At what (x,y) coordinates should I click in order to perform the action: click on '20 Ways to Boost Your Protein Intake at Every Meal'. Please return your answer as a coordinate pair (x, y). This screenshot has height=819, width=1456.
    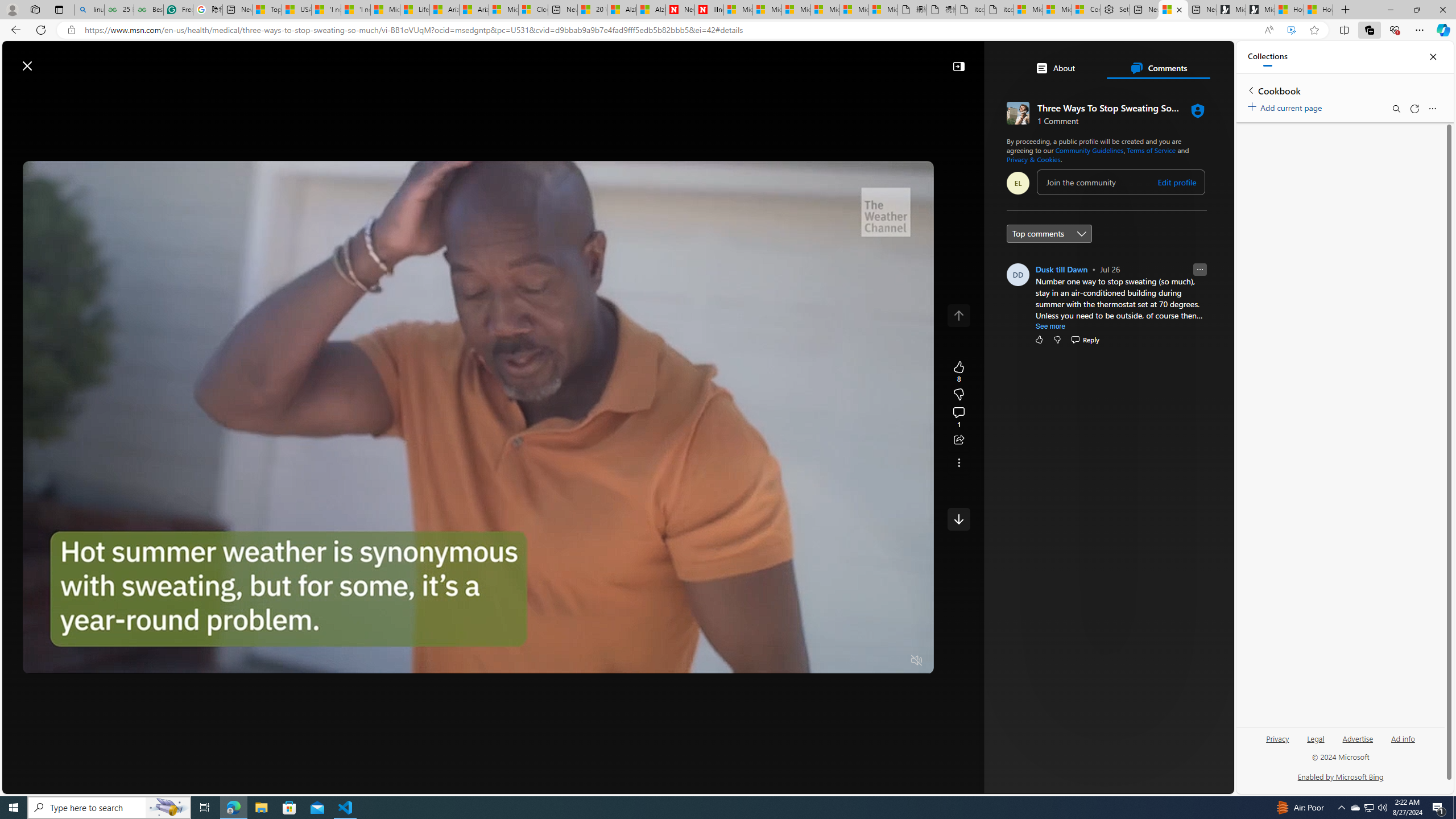
    Looking at the image, I should click on (591, 9).